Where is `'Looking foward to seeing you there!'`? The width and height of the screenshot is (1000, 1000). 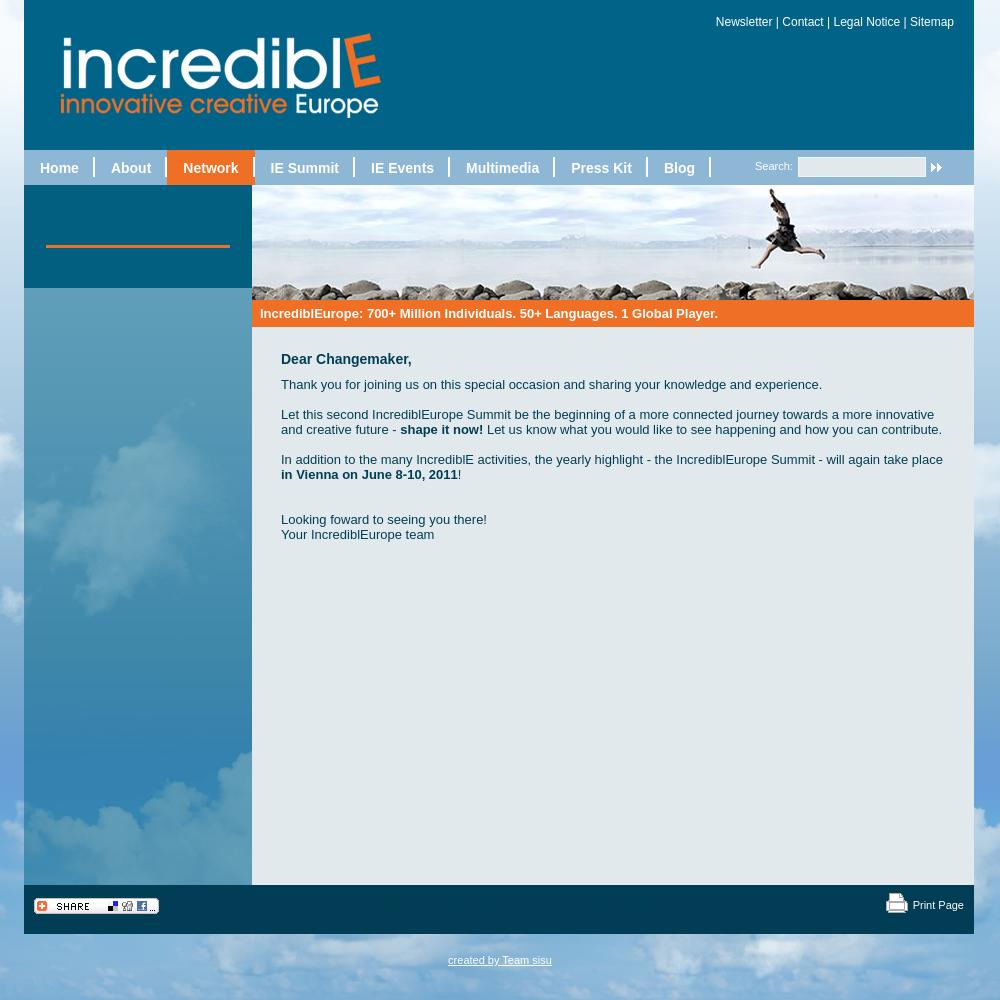
'Looking foward to seeing you there!' is located at coordinates (383, 518).